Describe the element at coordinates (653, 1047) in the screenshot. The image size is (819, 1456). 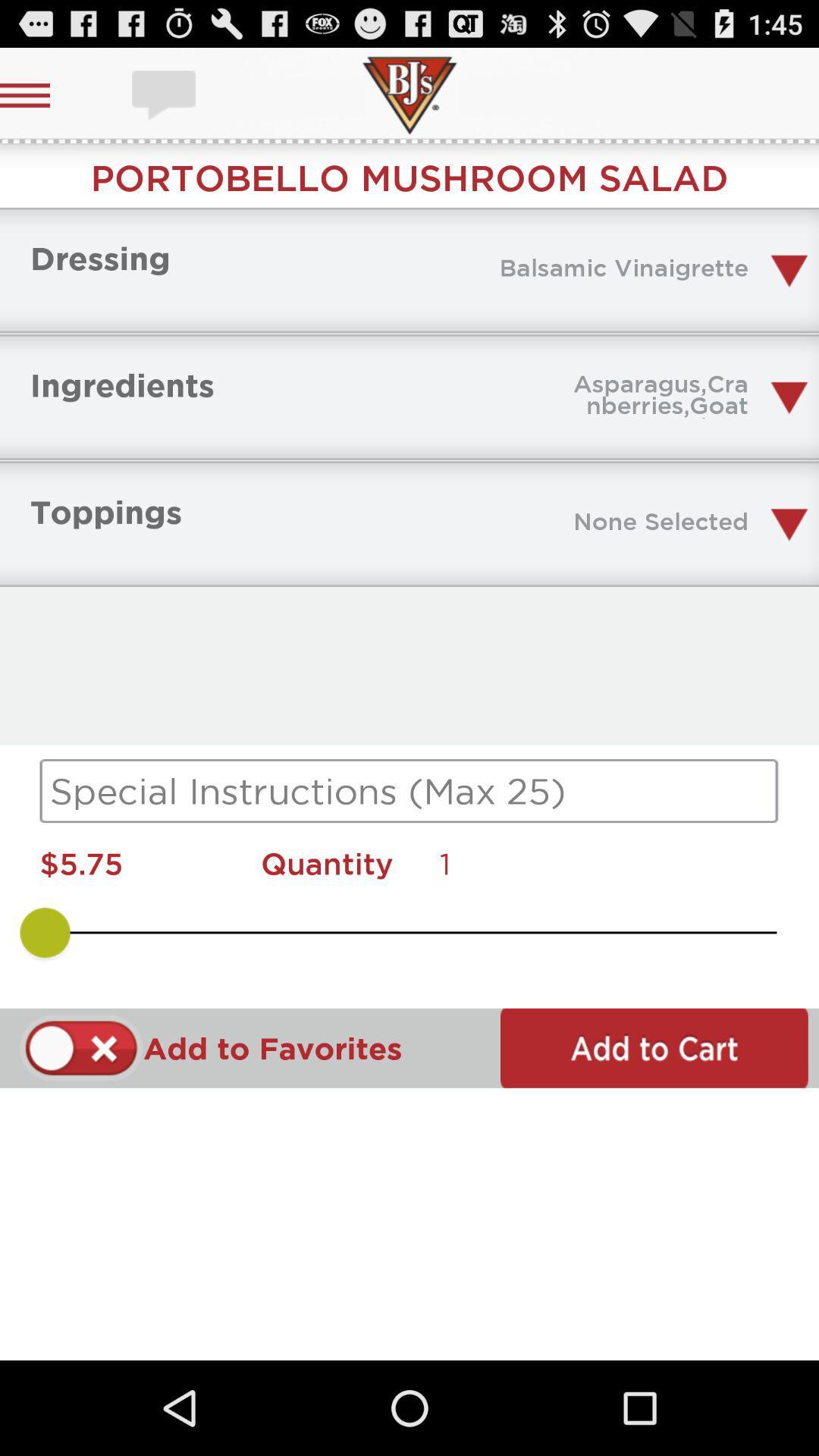
I see `to cart` at that location.